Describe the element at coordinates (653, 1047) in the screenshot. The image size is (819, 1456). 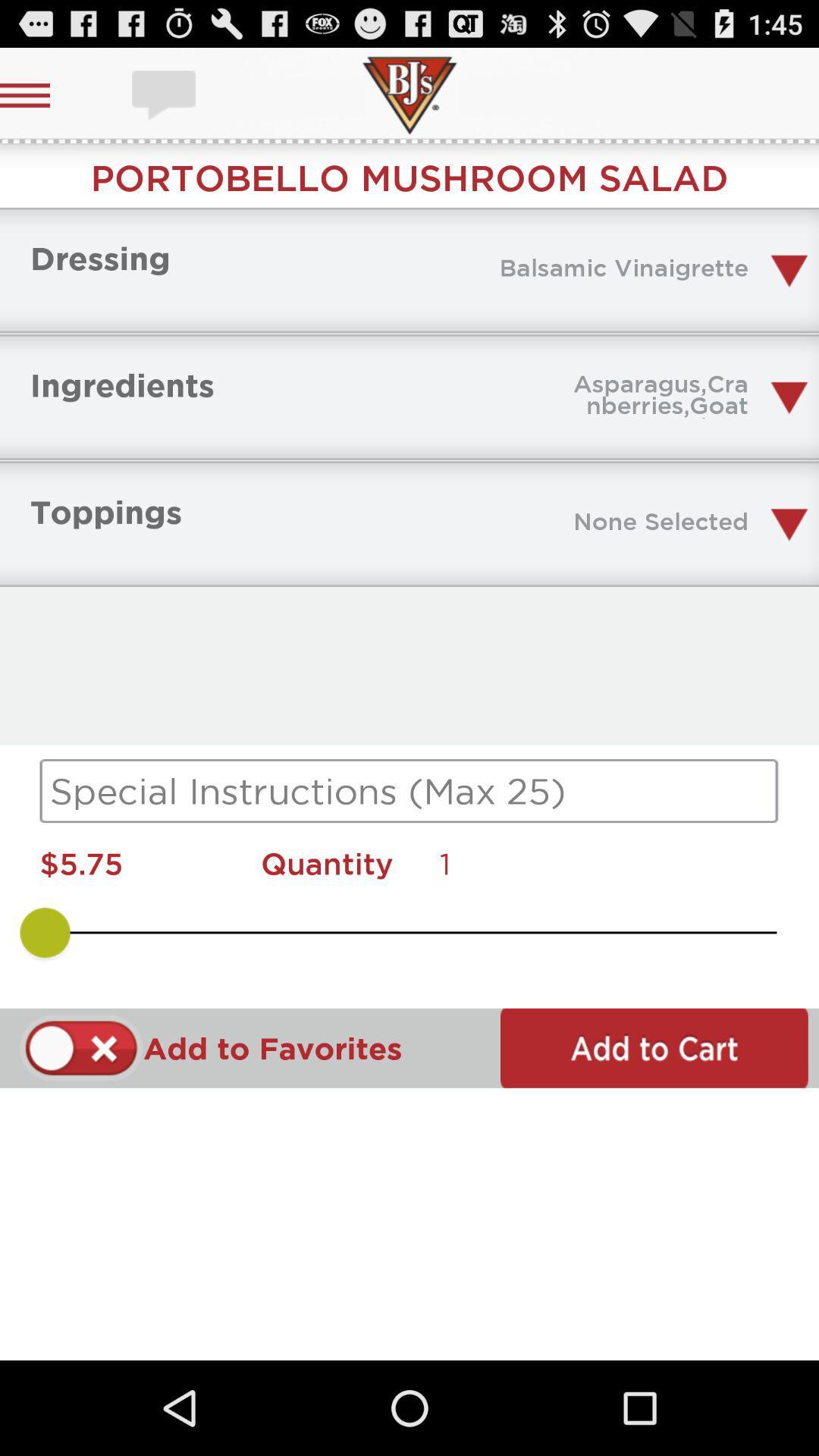
I see `to cart` at that location.